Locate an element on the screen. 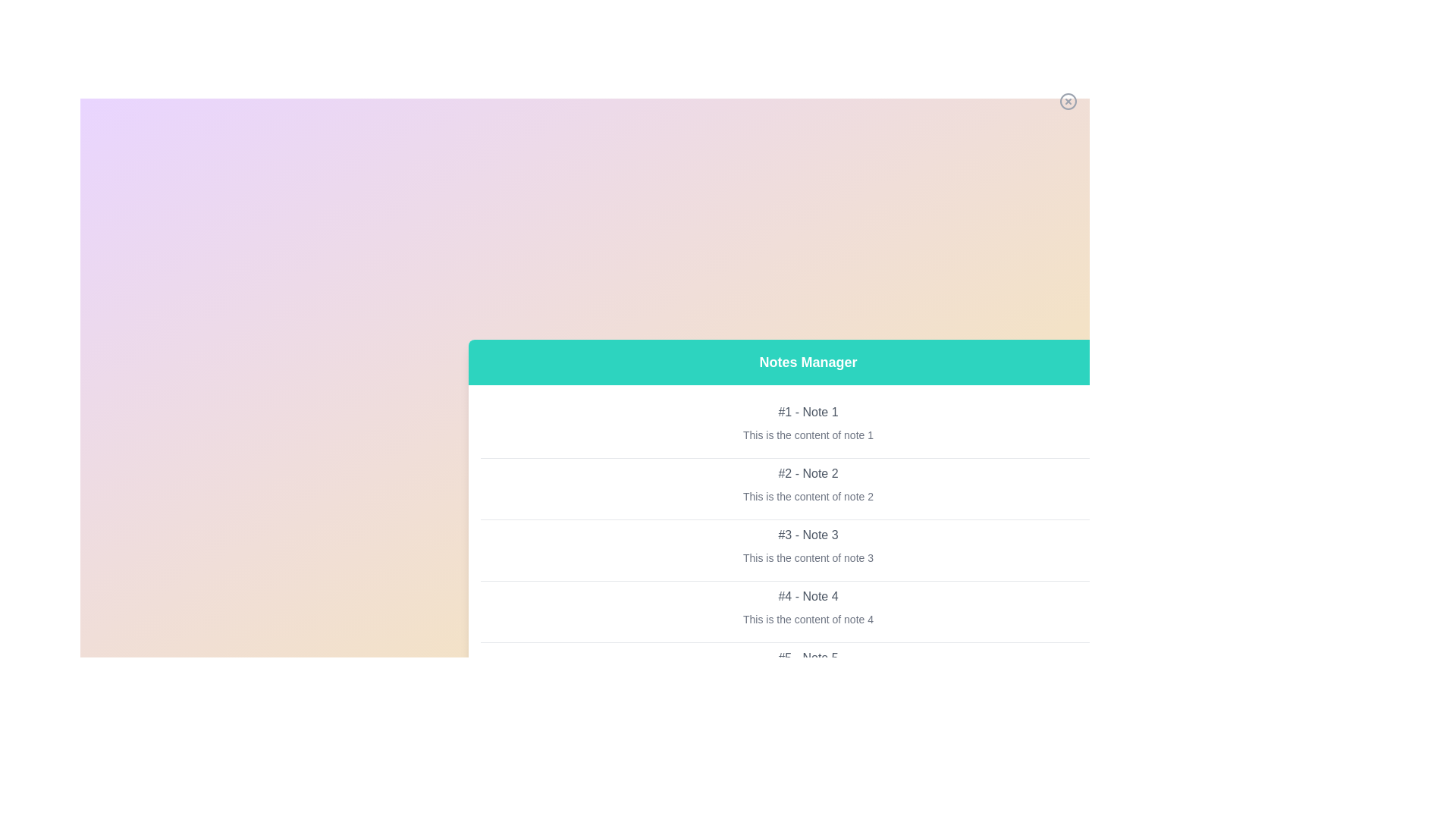  the close button is located at coordinates (1068, 102).